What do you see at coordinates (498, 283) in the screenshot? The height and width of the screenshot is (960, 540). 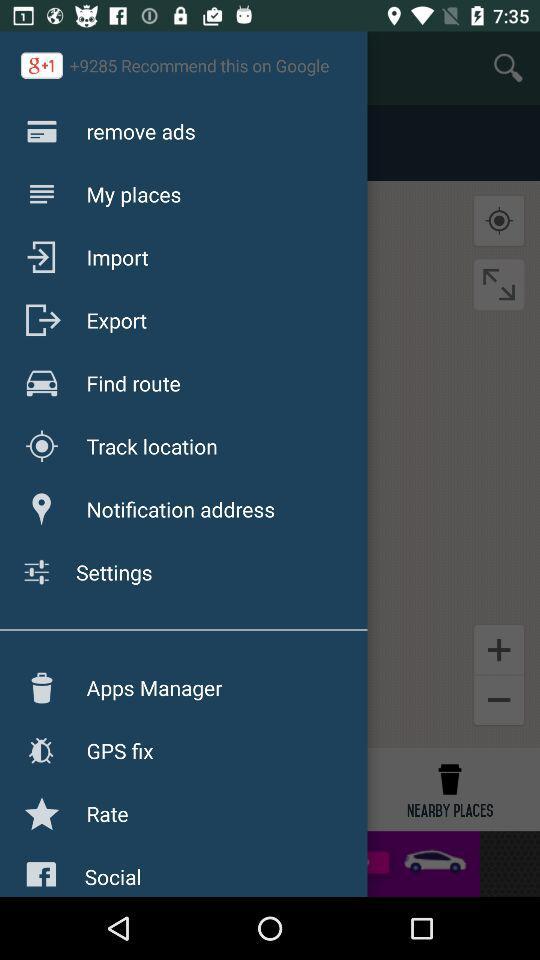 I see `the fullscreen icon` at bounding box center [498, 283].